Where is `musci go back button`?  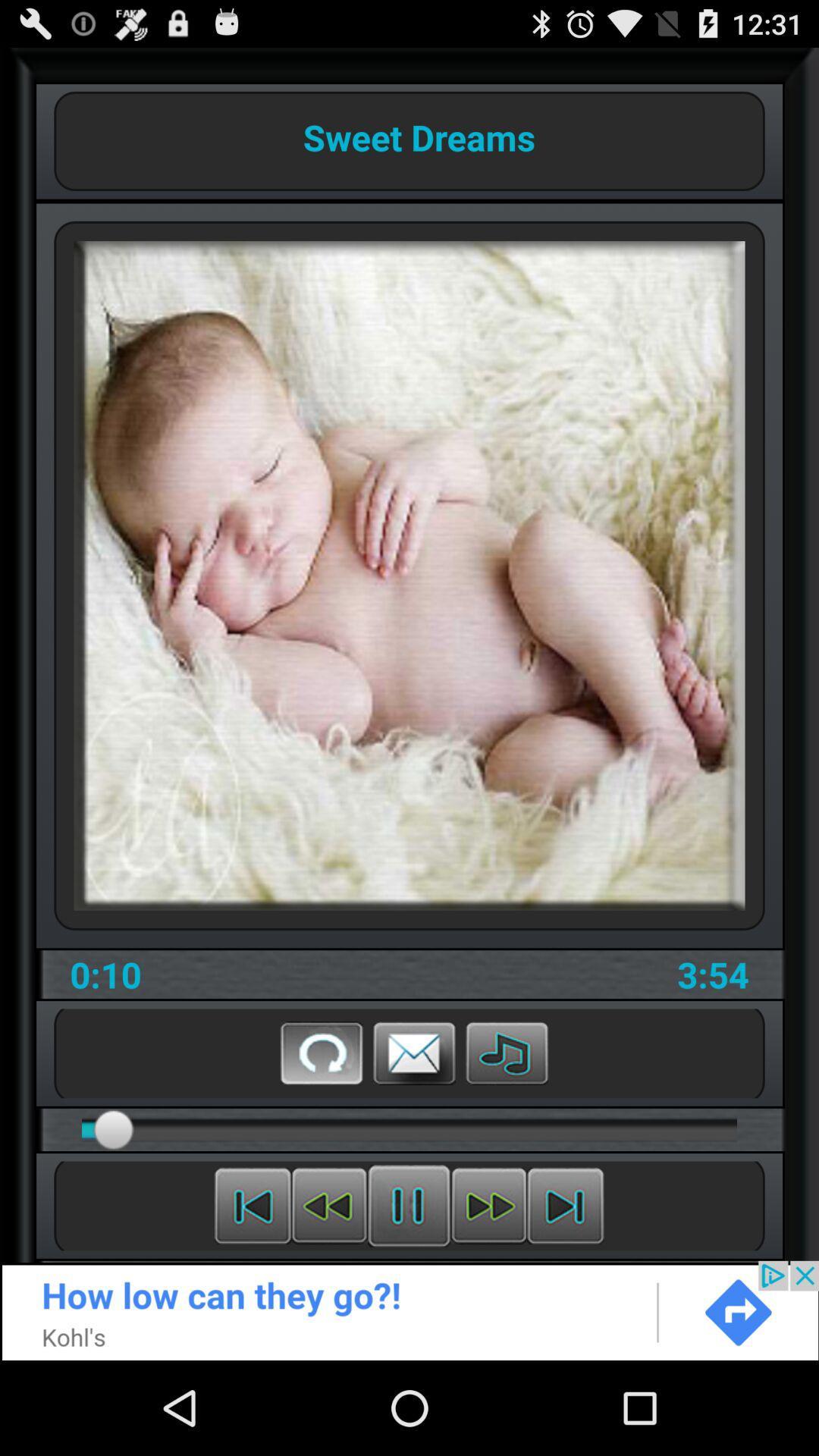
musci go back button is located at coordinates (328, 1205).